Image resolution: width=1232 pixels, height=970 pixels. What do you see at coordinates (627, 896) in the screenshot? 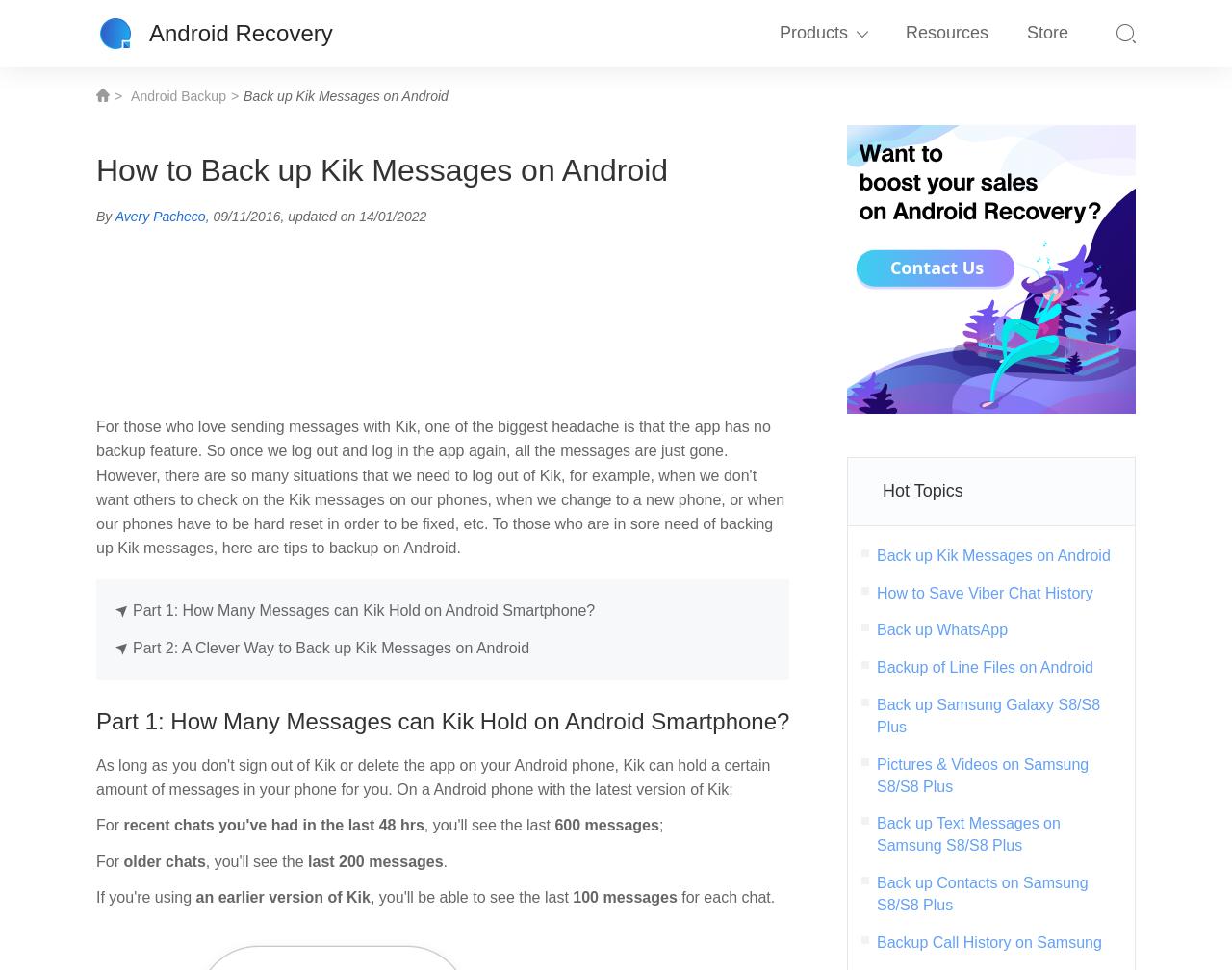
I see `'100 messages'` at bounding box center [627, 896].